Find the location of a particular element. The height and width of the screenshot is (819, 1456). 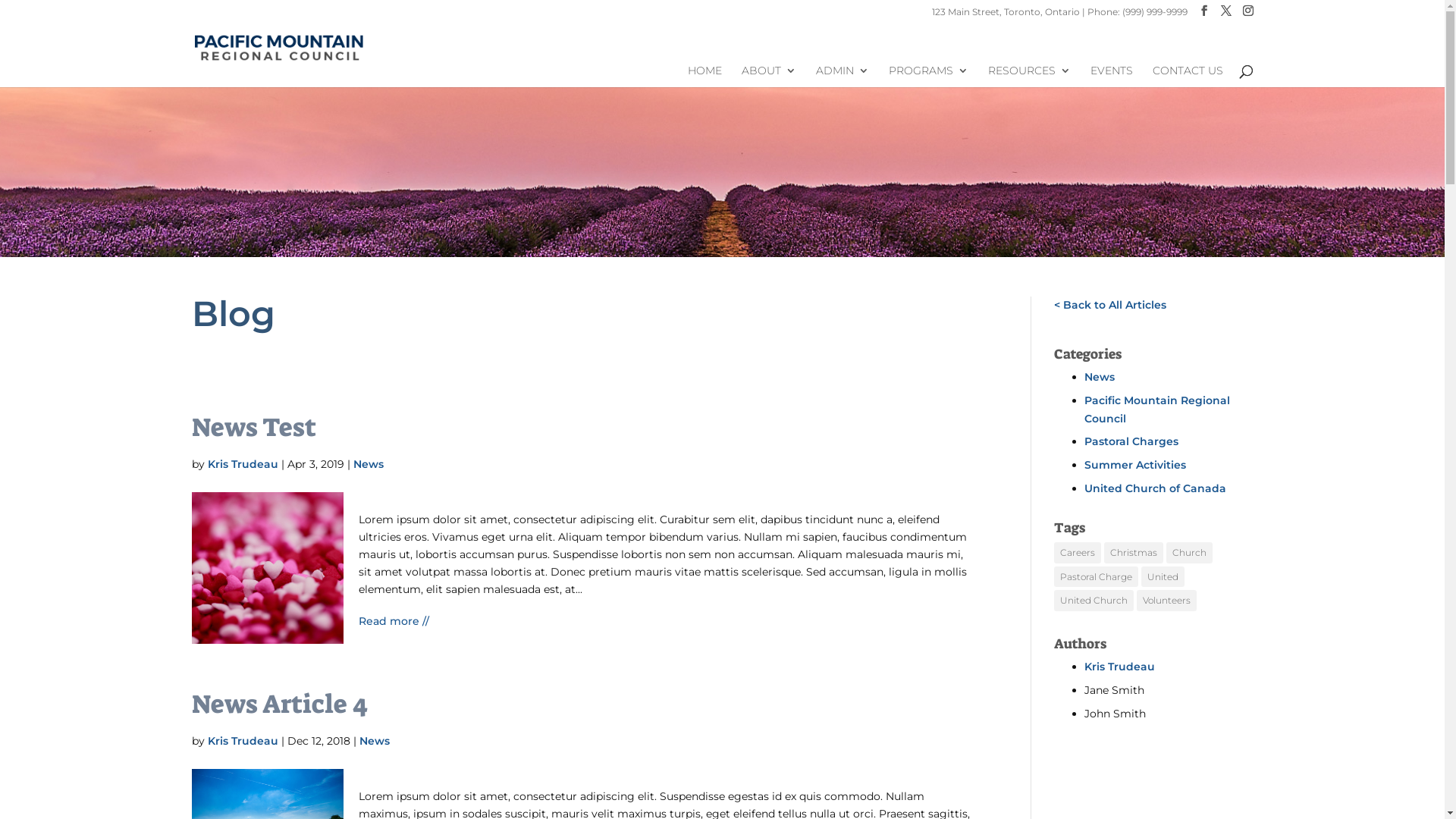

'Volunteers' is located at coordinates (1166, 599).